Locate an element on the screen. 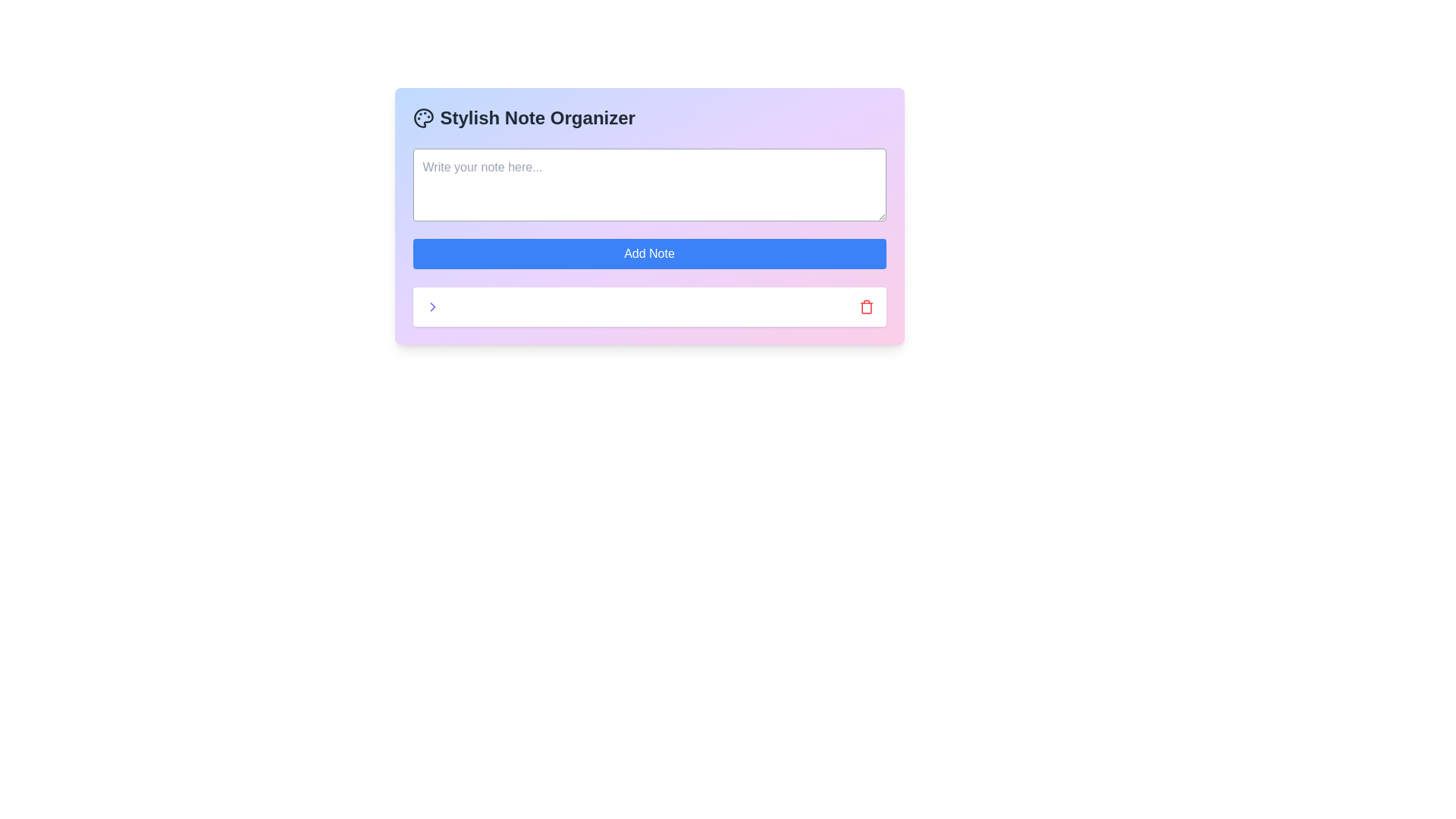 Image resolution: width=1456 pixels, height=819 pixels. the red trash icon button located at the bottom-right corner of the card to initiate a delete action is located at coordinates (866, 307).